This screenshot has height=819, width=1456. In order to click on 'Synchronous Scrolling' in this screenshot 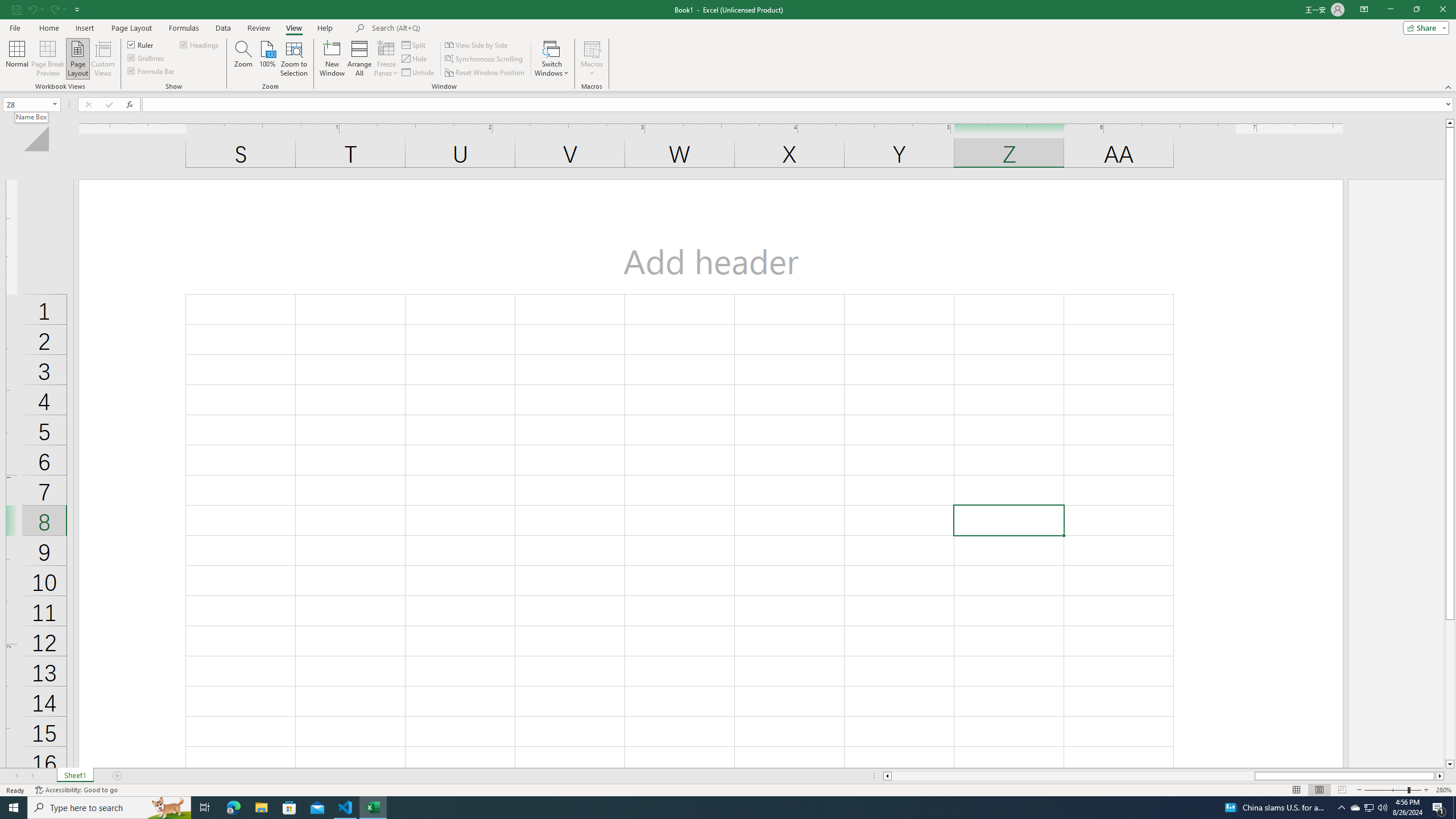, I will do `click(484, 59)`.